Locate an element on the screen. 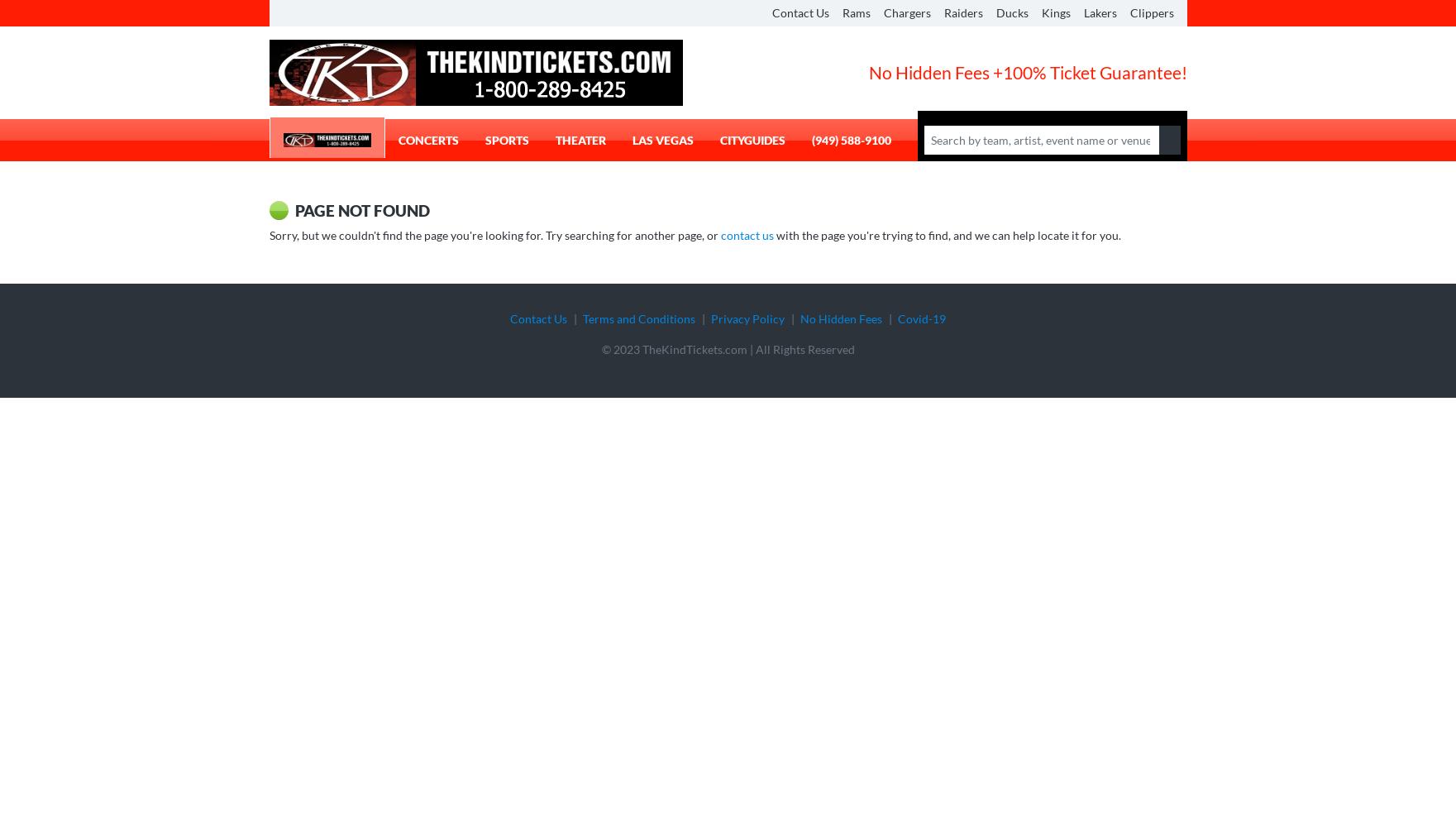  '© 2023 TheKindTickets.com | All Rights Reserved' is located at coordinates (727, 348).